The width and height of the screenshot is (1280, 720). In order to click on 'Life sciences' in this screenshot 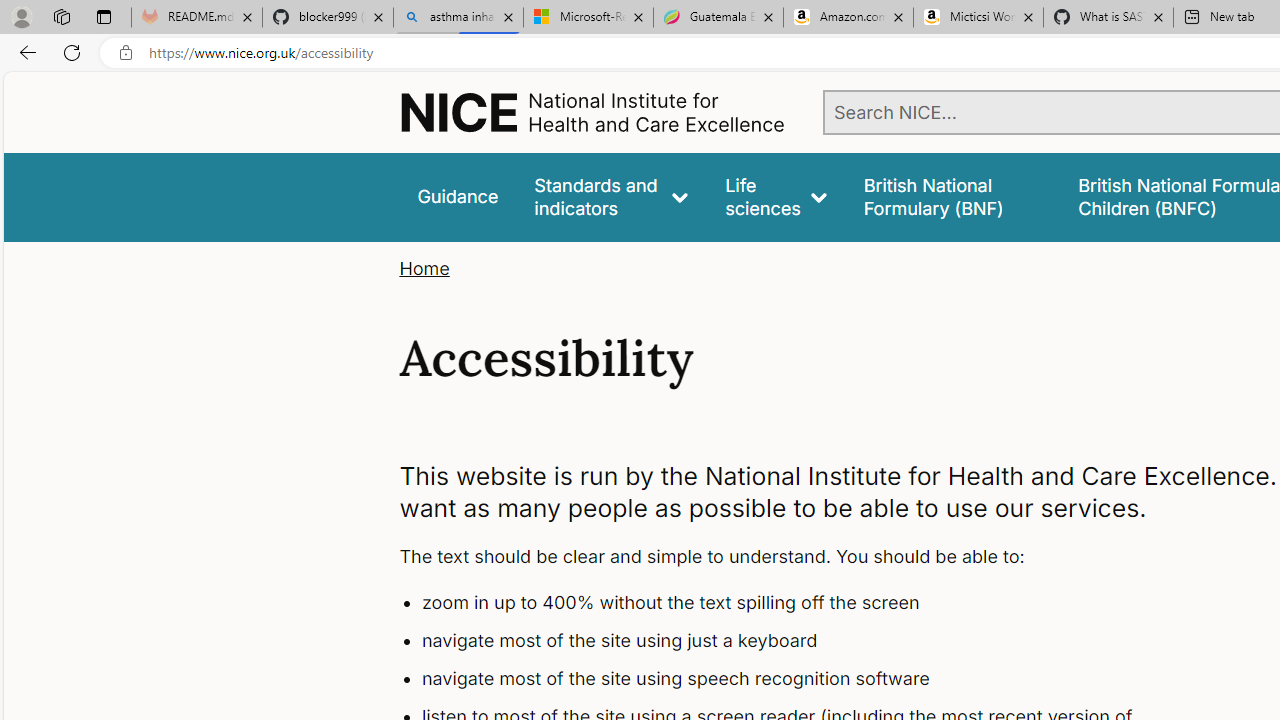, I will do `click(775, 197)`.